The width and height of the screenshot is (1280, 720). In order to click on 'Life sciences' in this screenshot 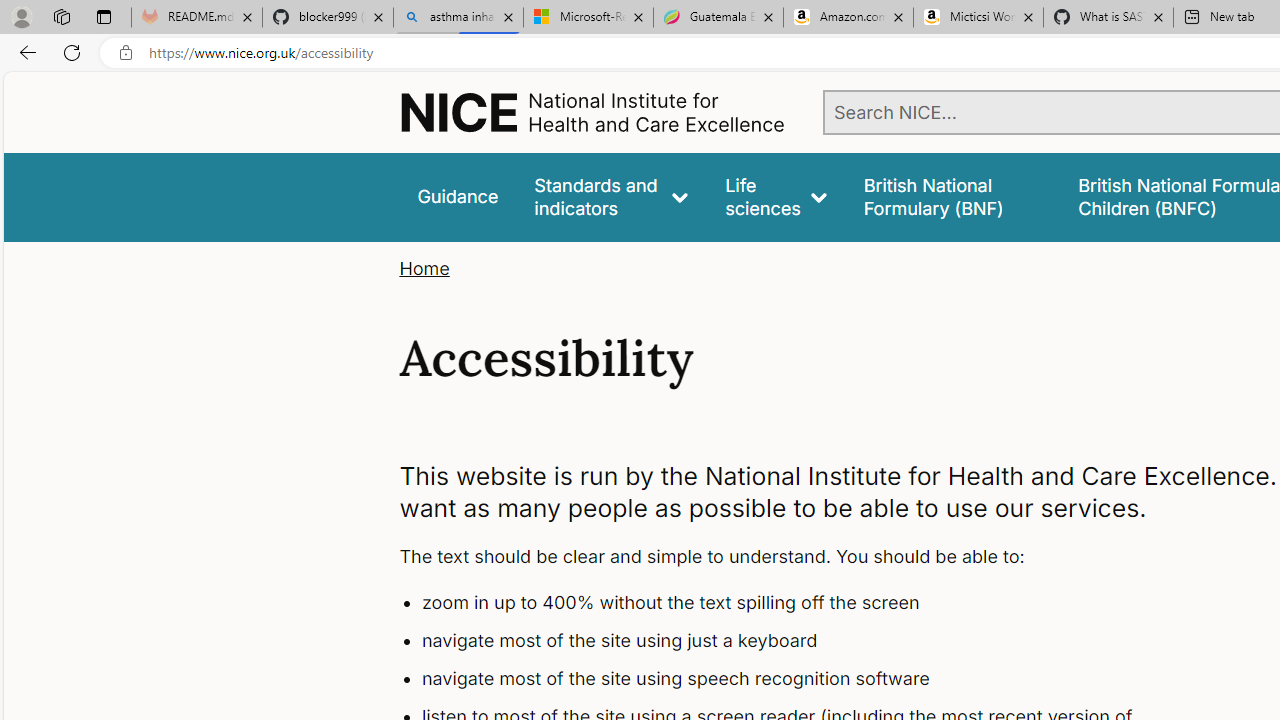, I will do `click(775, 197)`.